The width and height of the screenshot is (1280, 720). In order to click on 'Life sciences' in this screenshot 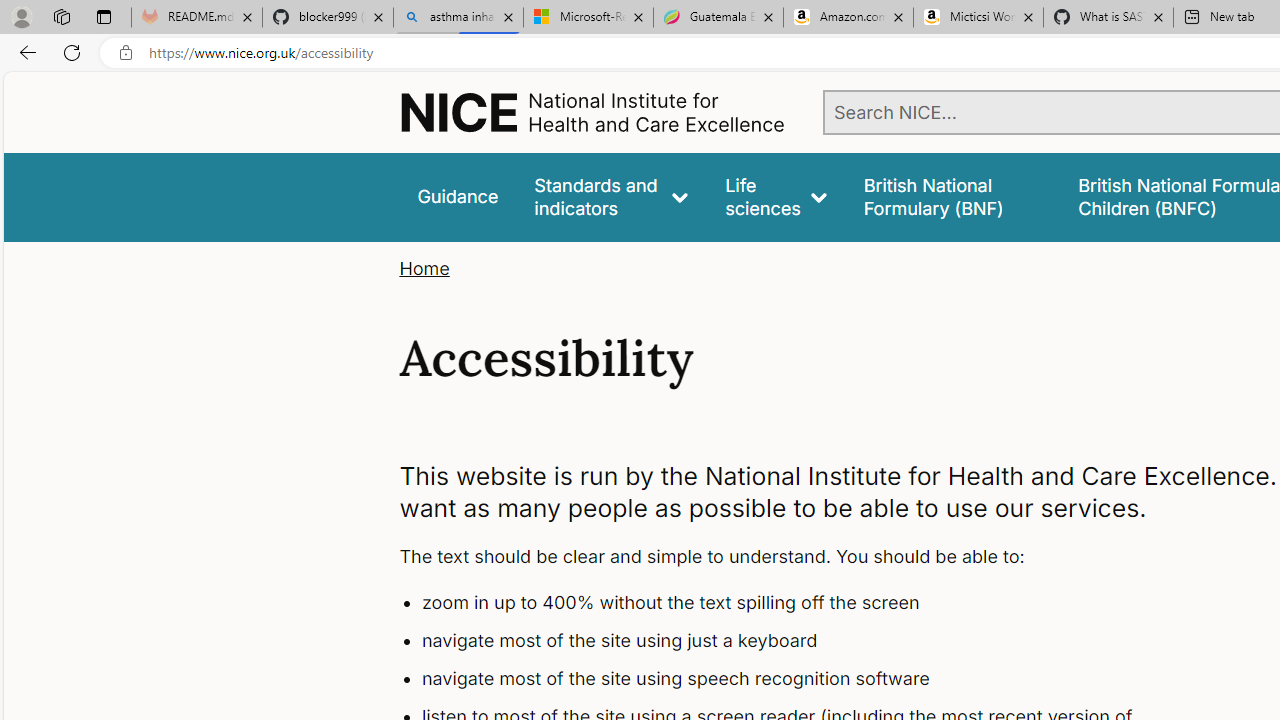, I will do `click(775, 197)`.